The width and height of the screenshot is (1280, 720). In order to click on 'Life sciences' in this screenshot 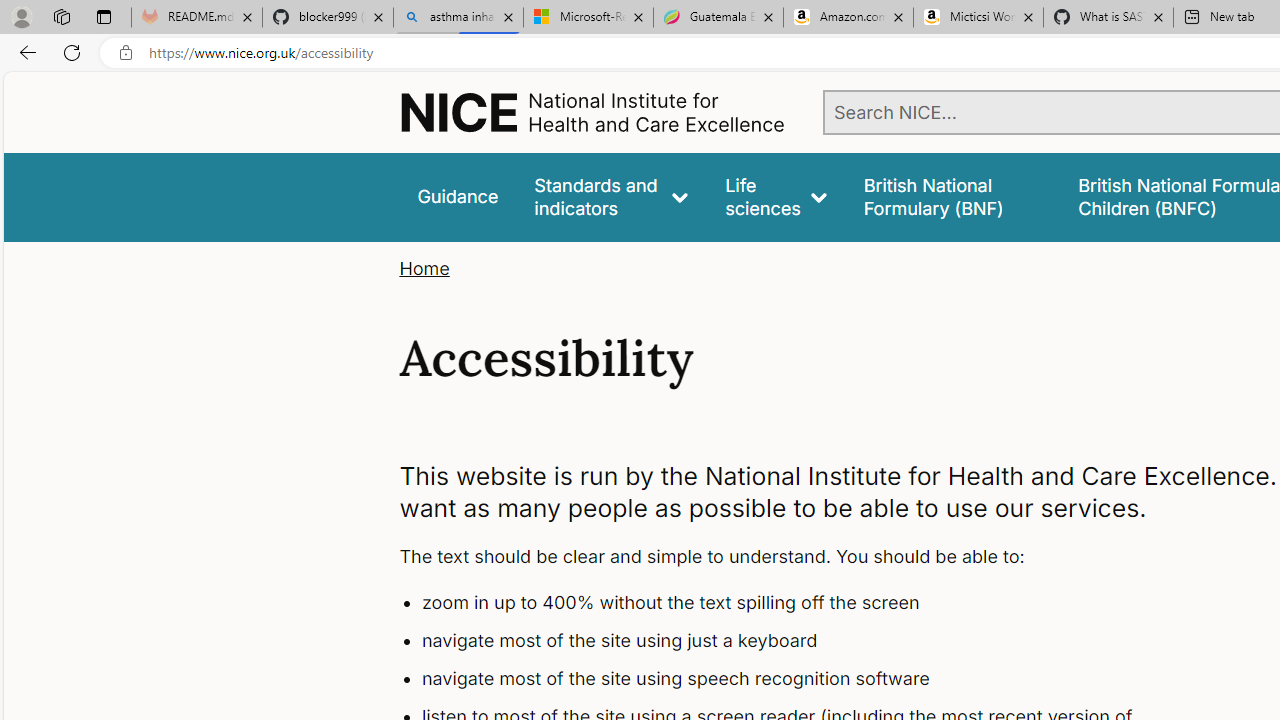, I will do `click(775, 197)`.